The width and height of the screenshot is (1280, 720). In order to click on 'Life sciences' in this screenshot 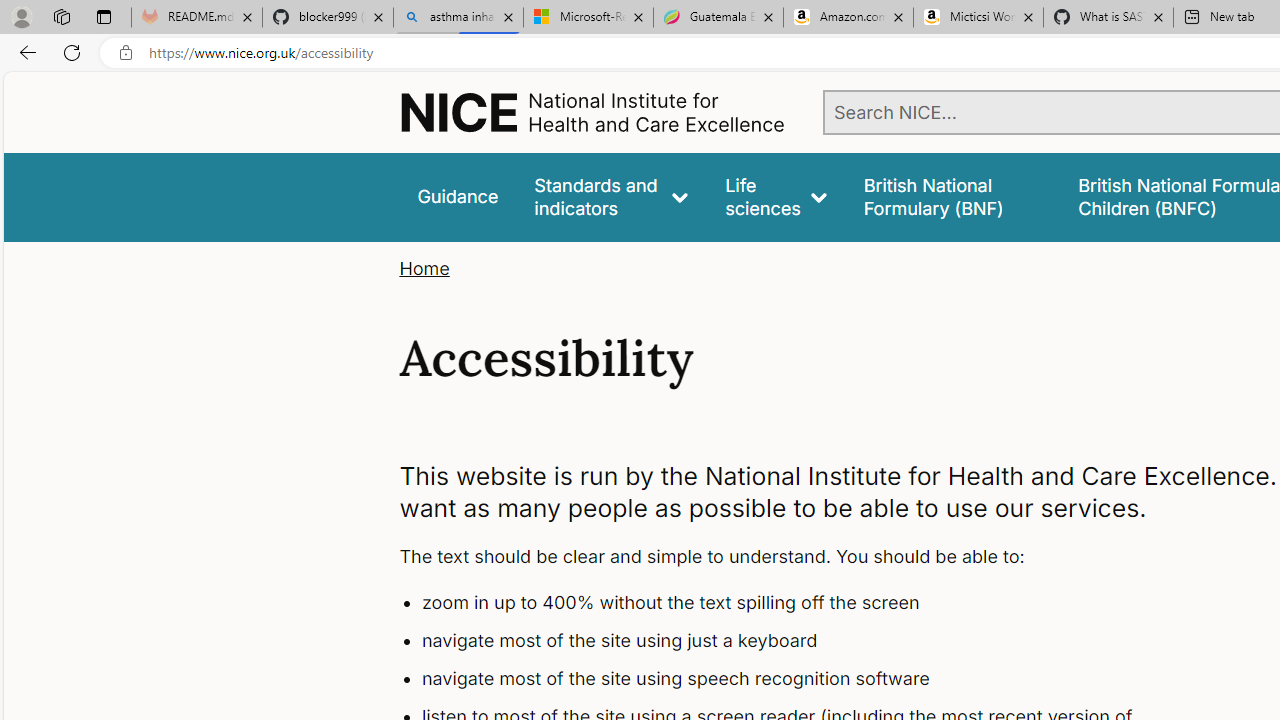, I will do `click(775, 197)`.